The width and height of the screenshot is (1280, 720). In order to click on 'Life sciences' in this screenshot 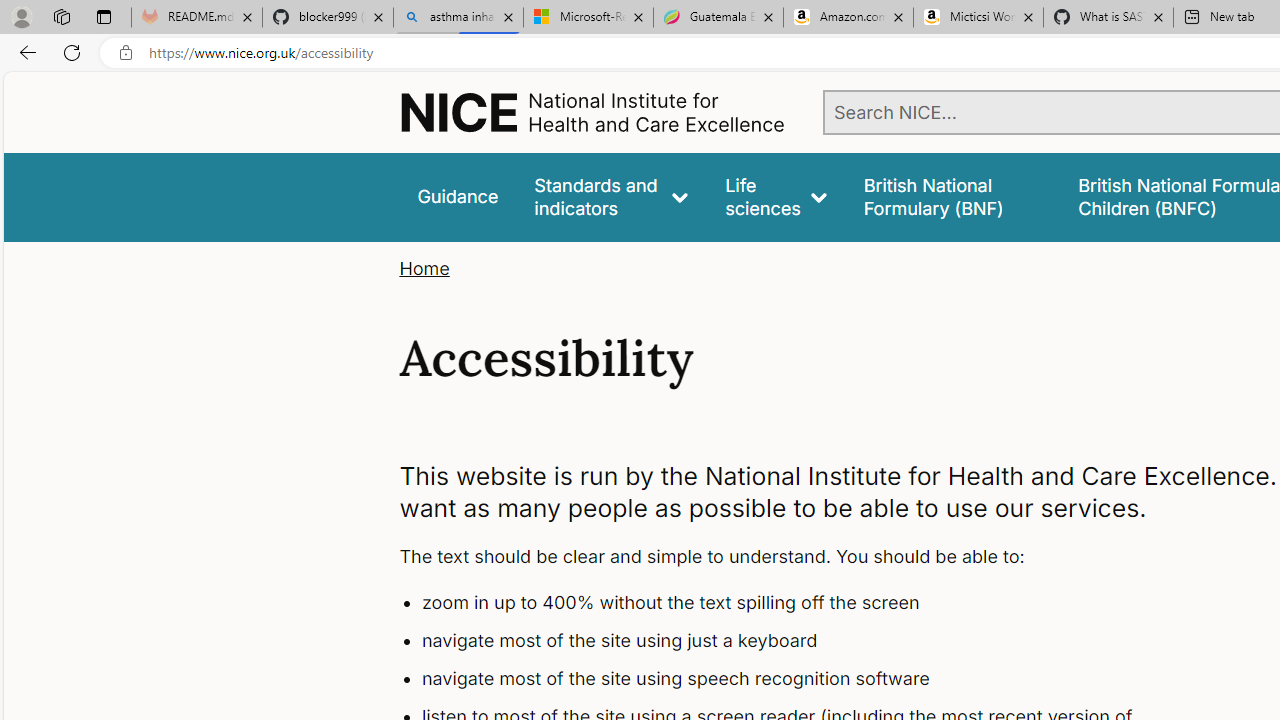, I will do `click(775, 197)`.